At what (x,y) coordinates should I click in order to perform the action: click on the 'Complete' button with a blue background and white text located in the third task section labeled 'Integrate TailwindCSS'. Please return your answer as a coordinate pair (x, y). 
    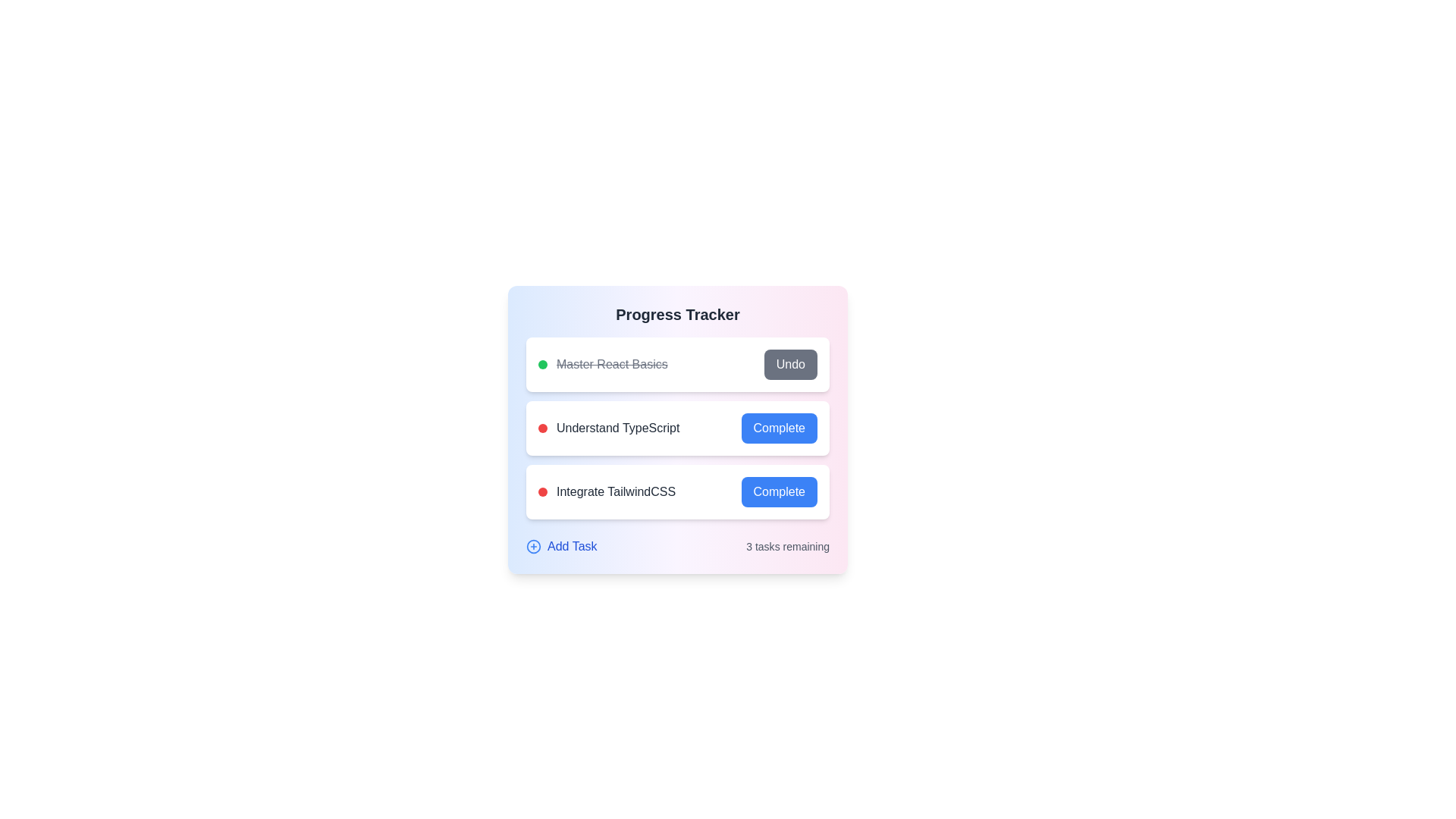
    Looking at the image, I should click on (779, 491).